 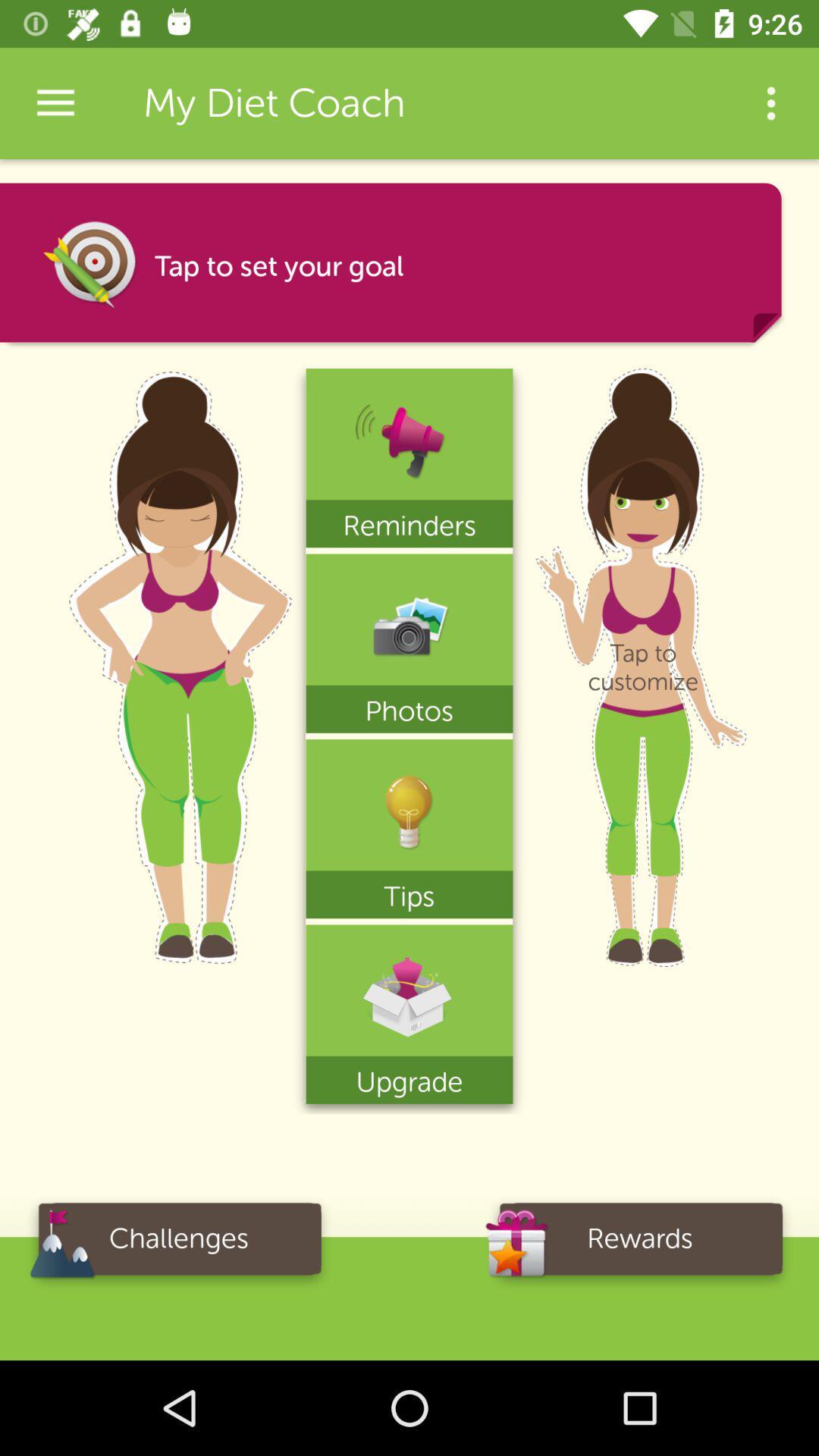 What do you see at coordinates (771, 102) in the screenshot?
I see `app next to the my diet coach item` at bounding box center [771, 102].